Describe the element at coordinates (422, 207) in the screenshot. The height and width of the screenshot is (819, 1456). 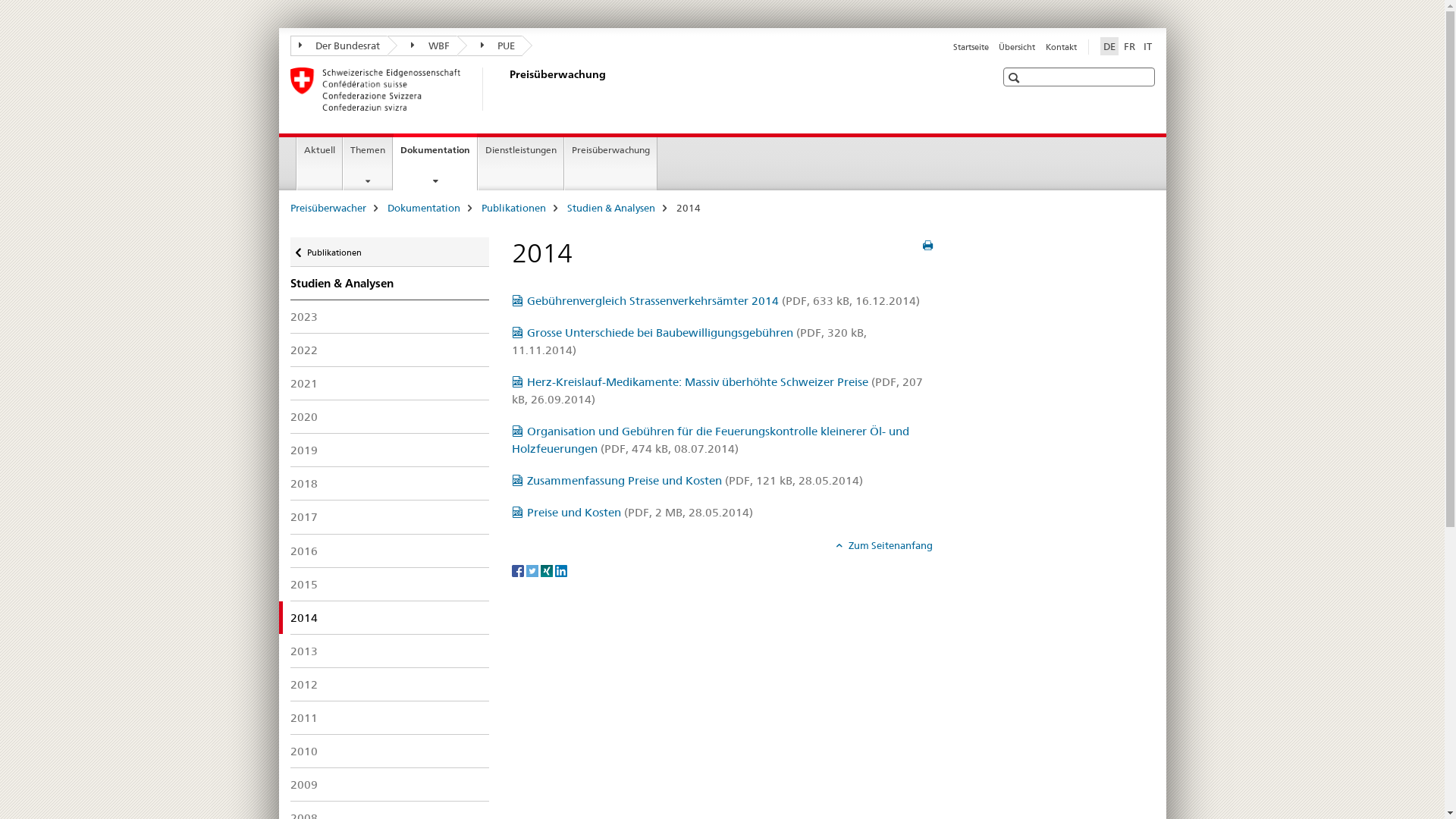
I see `'Dokumentation'` at that location.